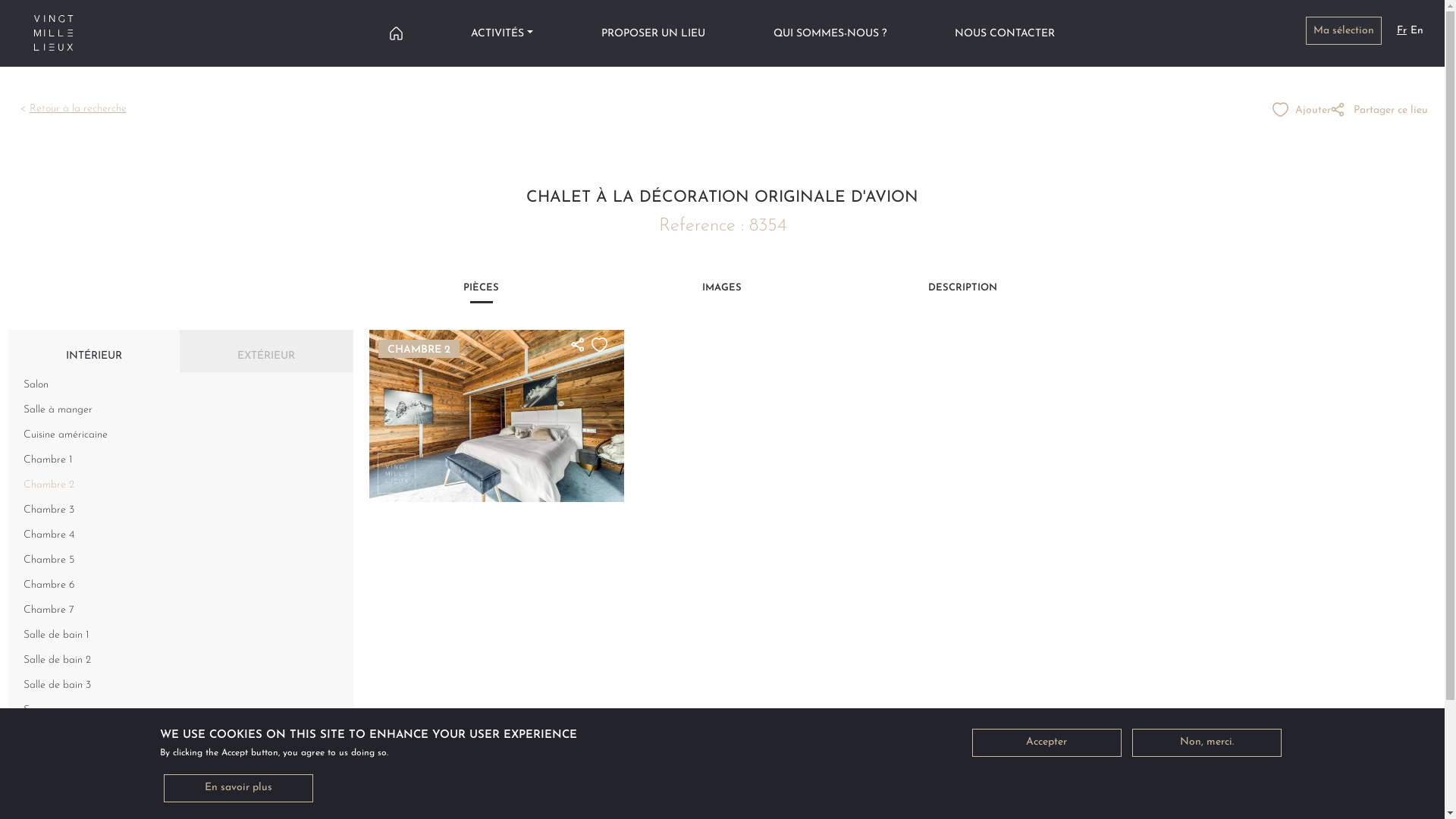 The width and height of the screenshot is (1456, 819). What do you see at coordinates (1046, 742) in the screenshot?
I see `'Accepter'` at bounding box center [1046, 742].